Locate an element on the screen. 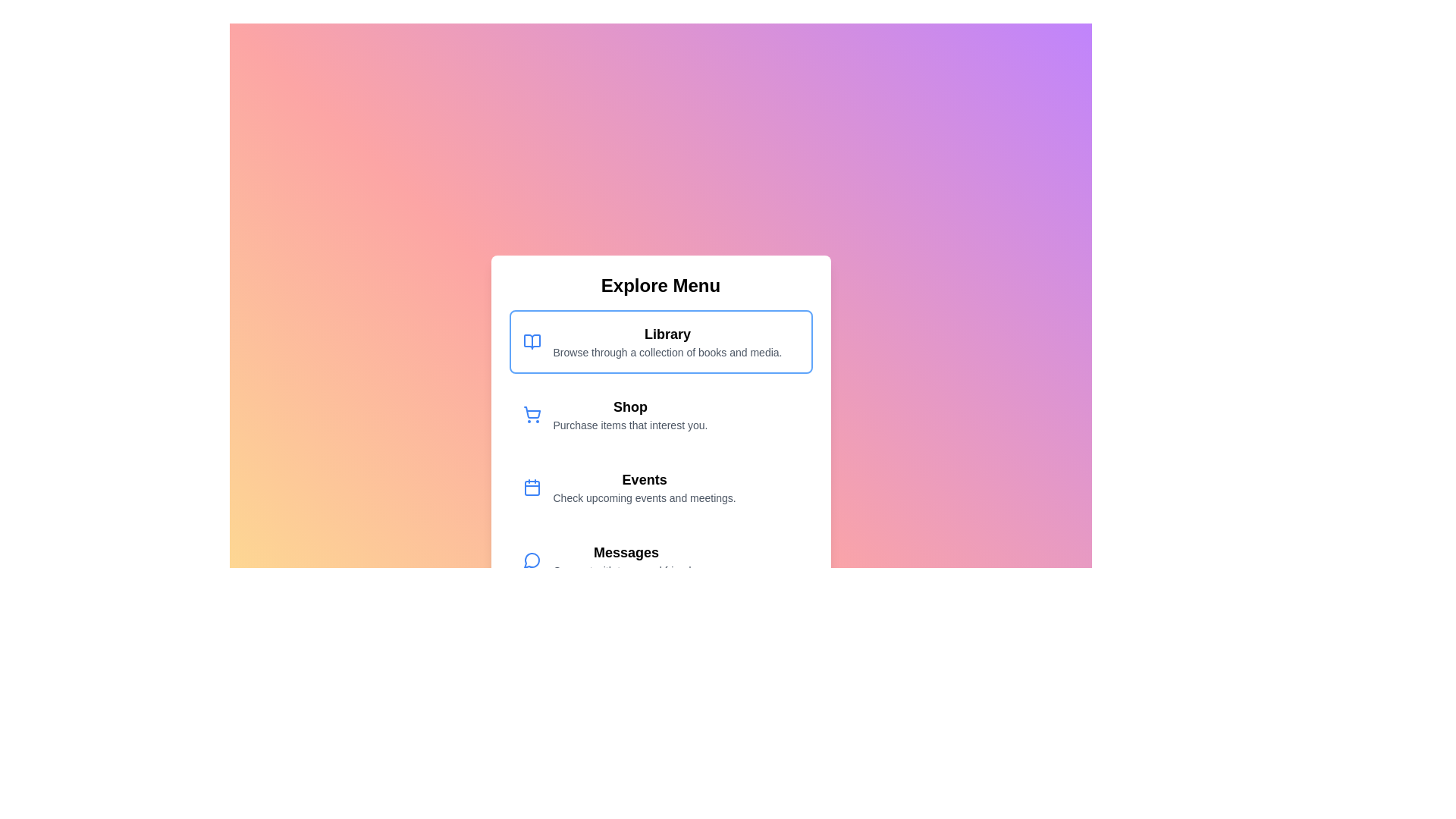  the menu option Library to observe its hover effect is located at coordinates (661, 342).